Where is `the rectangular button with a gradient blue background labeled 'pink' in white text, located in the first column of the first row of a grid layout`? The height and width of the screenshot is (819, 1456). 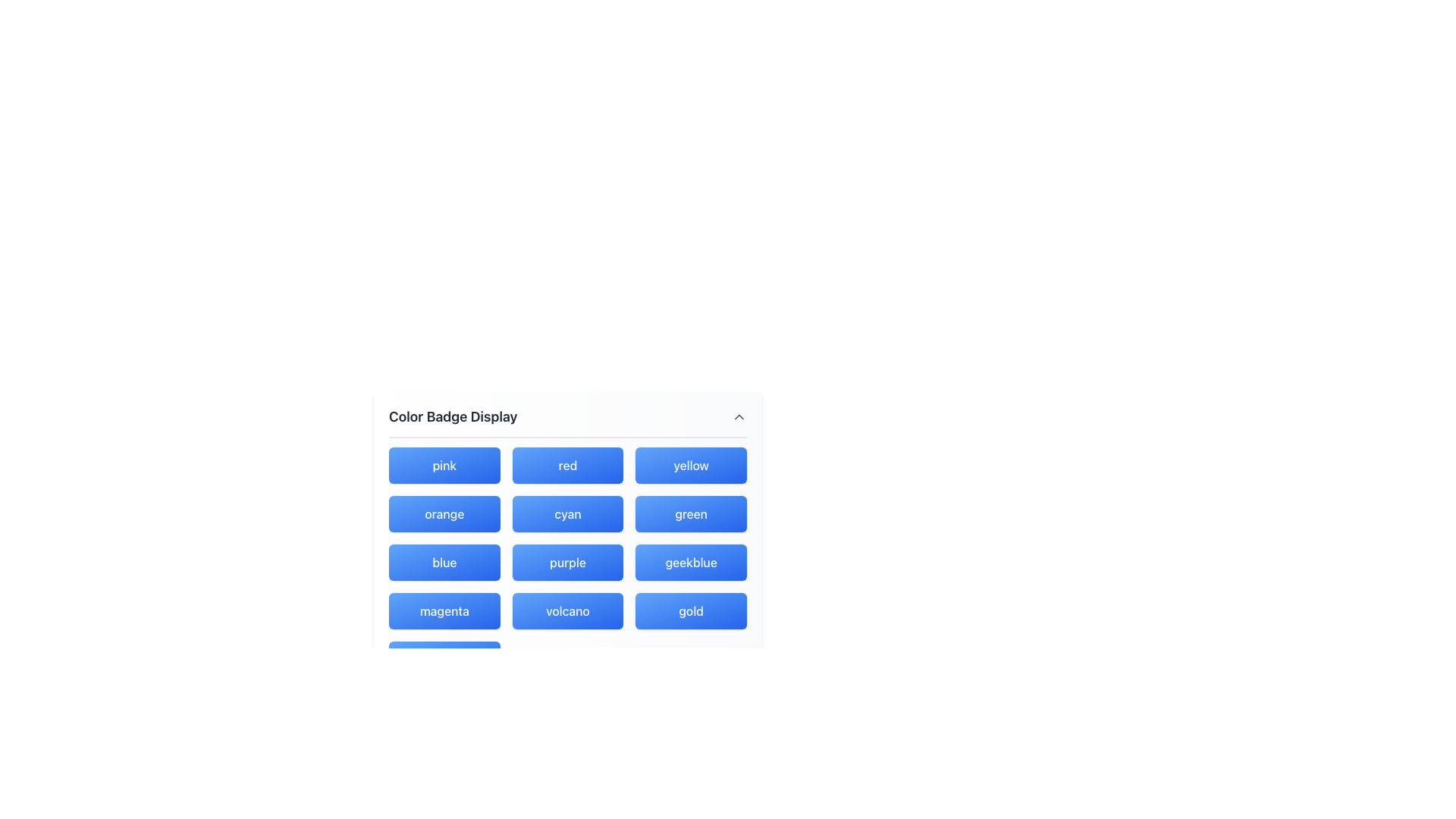 the rectangular button with a gradient blue background labeled 'pink' in white text, located in the first column of the first row of a grid layout is located at coordinates (443, 464).